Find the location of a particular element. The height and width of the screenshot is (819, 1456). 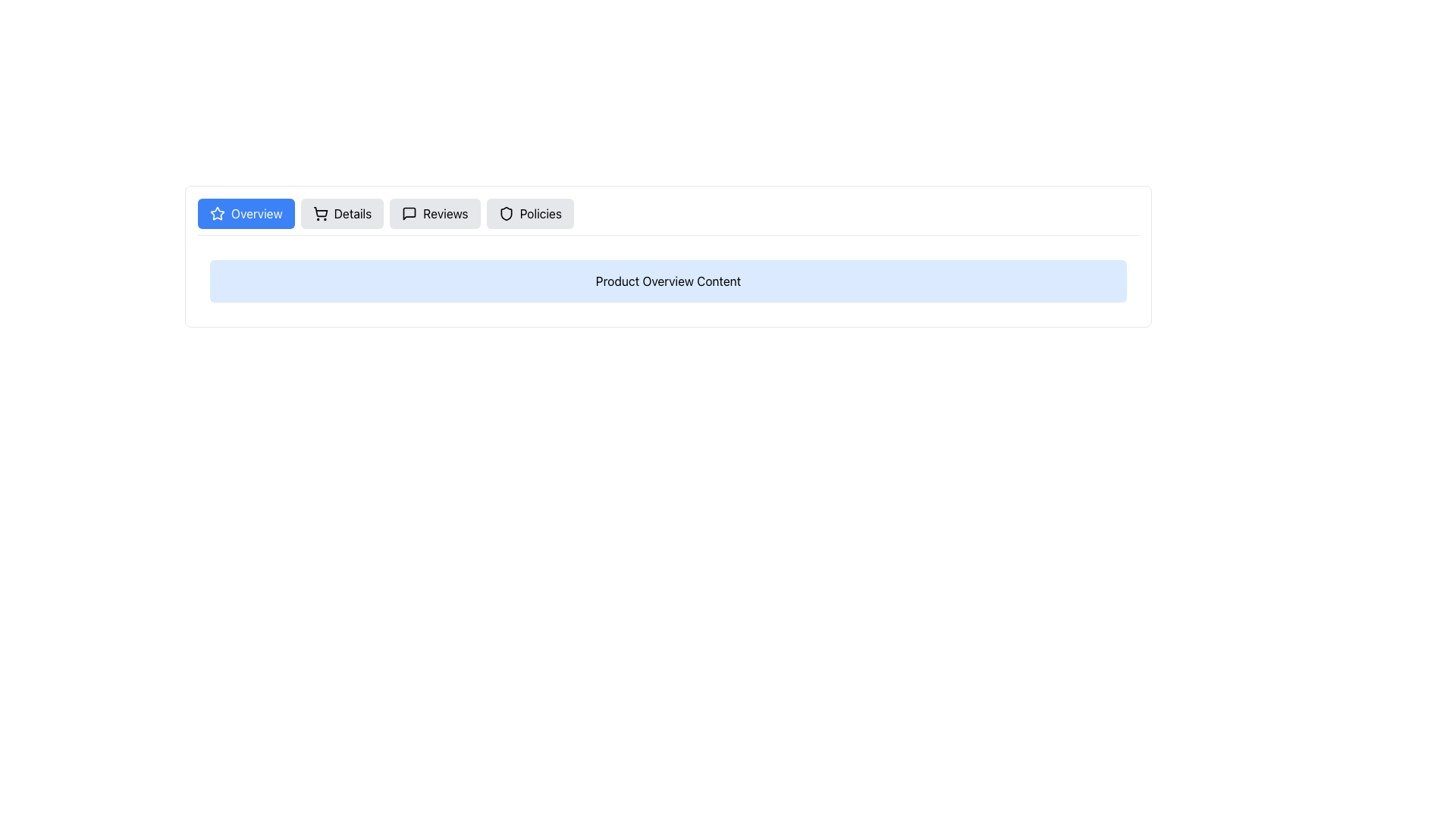

the active 'Overview' button with a blue background and white text is located at coordinates (246, 213).